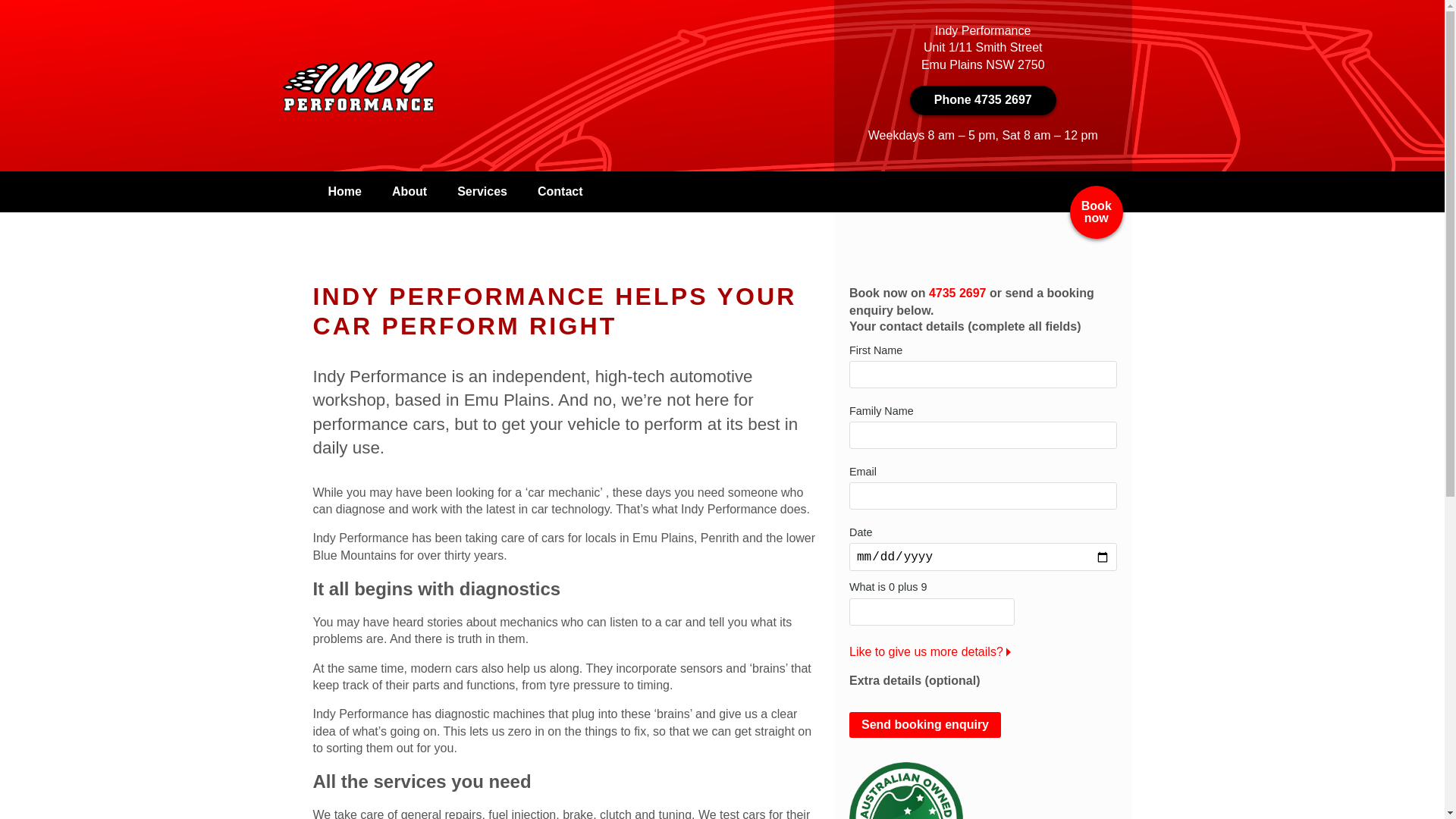  What do you see at coordinates (848, 374) in the screenshot?
I see `'Please tell us who you are in two to twenty letters'` at bounding box center [848, 374].